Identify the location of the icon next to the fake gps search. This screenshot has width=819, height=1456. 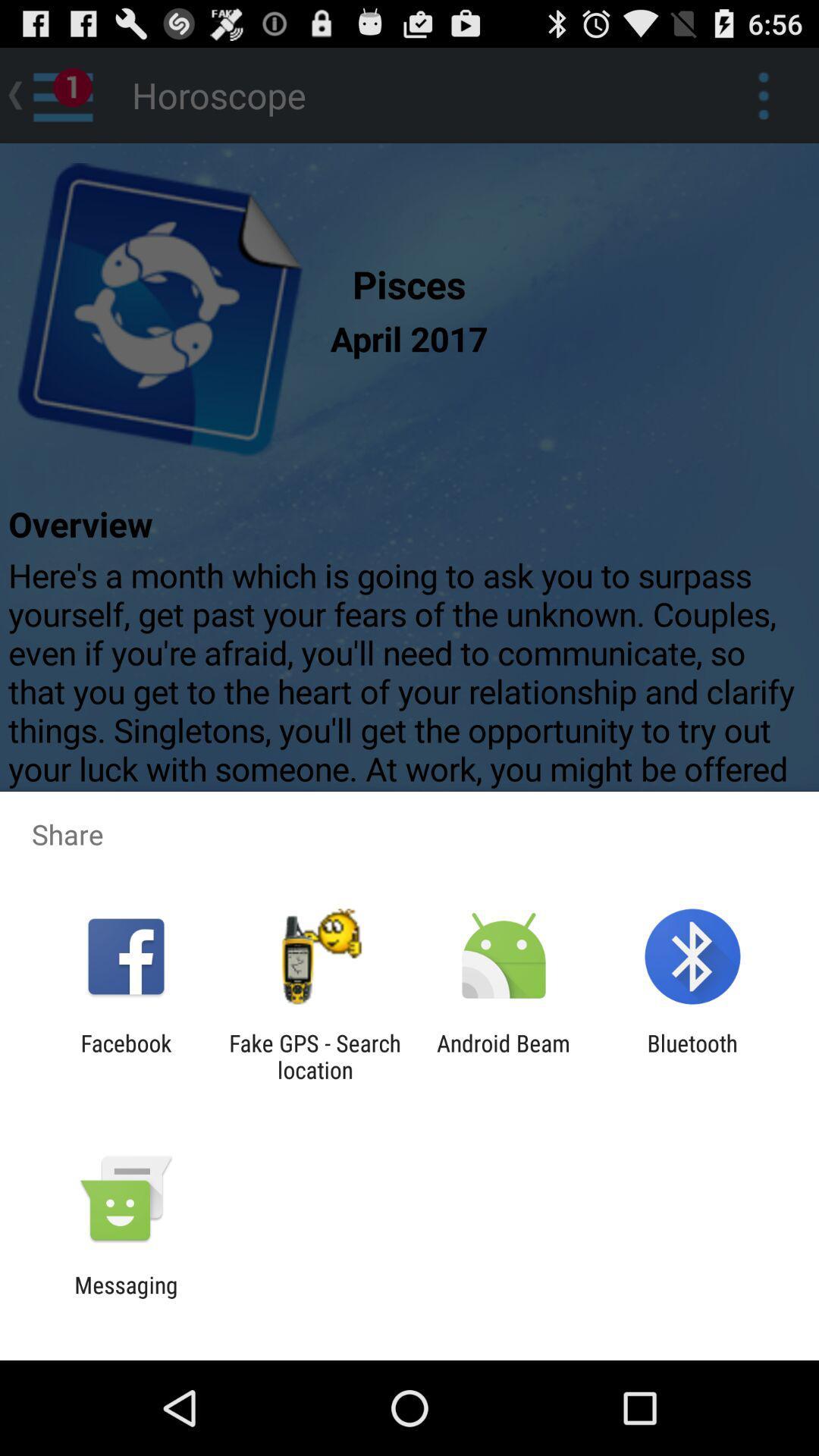
(125, 1056).